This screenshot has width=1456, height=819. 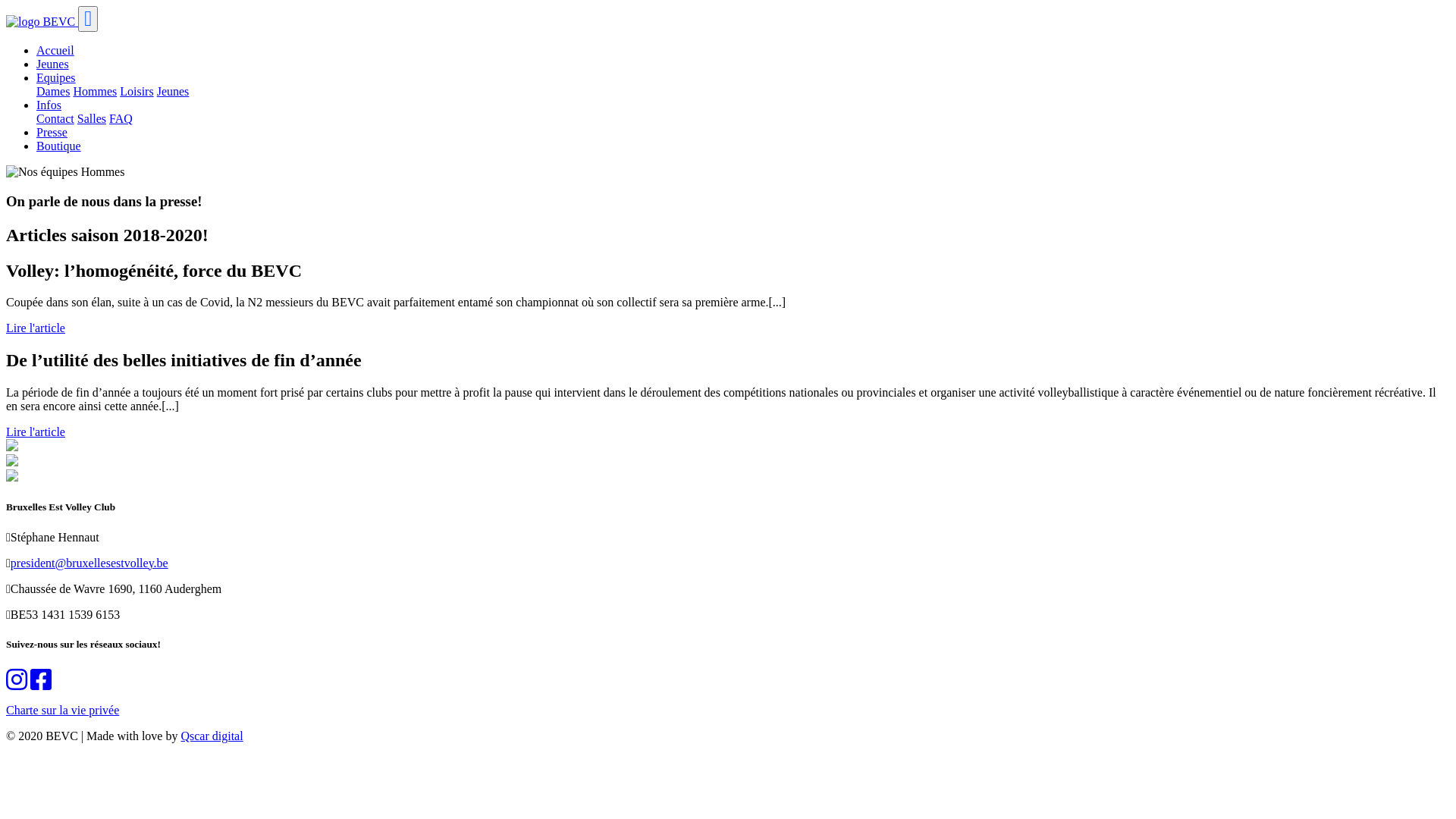 I want to click on 'Salles', so click(x=90, y=118).